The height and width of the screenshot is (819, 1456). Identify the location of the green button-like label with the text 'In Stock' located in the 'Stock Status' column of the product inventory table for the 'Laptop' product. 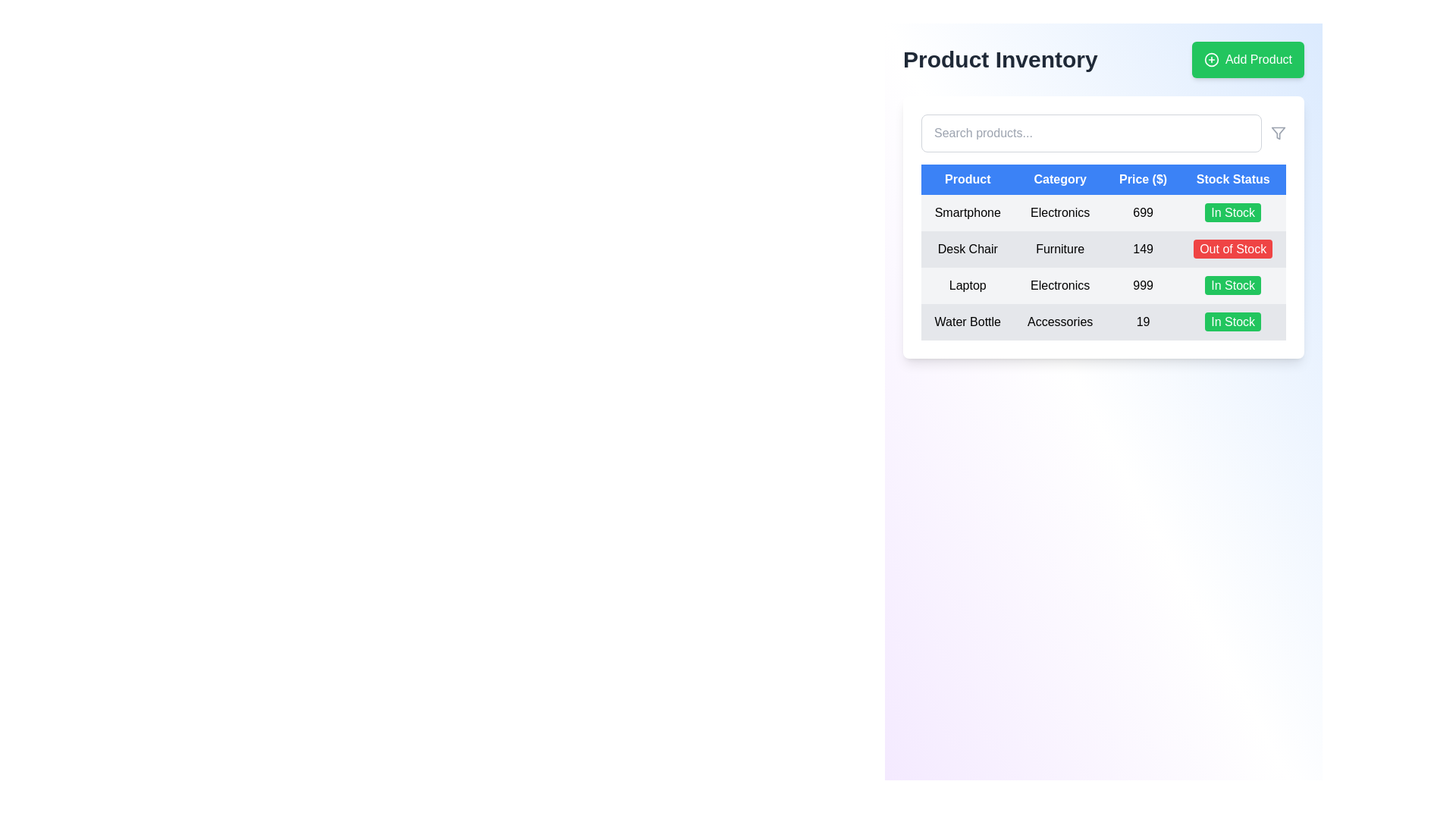
(1233, 285).